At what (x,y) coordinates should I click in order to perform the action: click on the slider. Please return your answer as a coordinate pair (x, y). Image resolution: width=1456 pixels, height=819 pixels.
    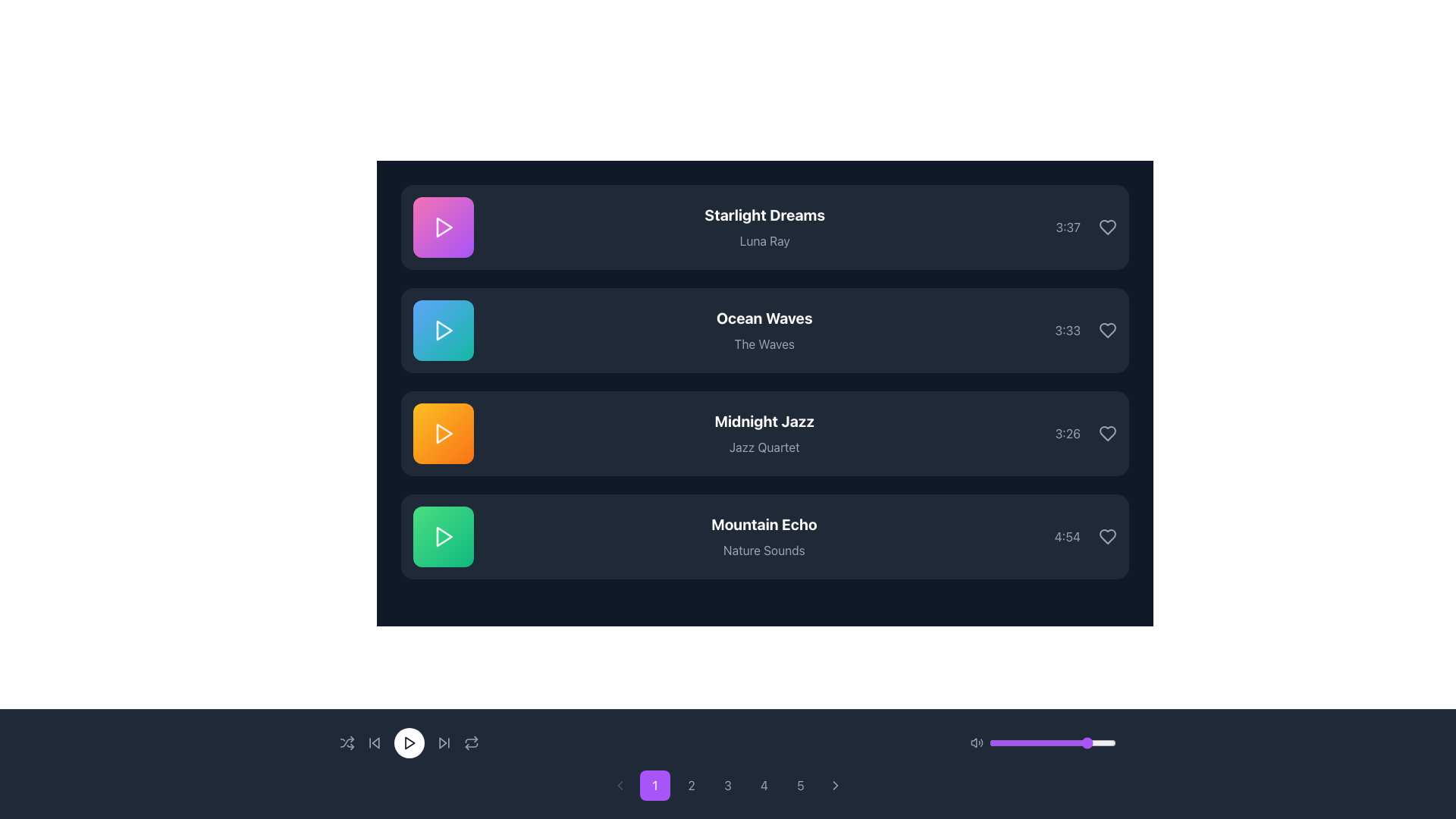
    Looking at the image, I should click on (1063, 742).